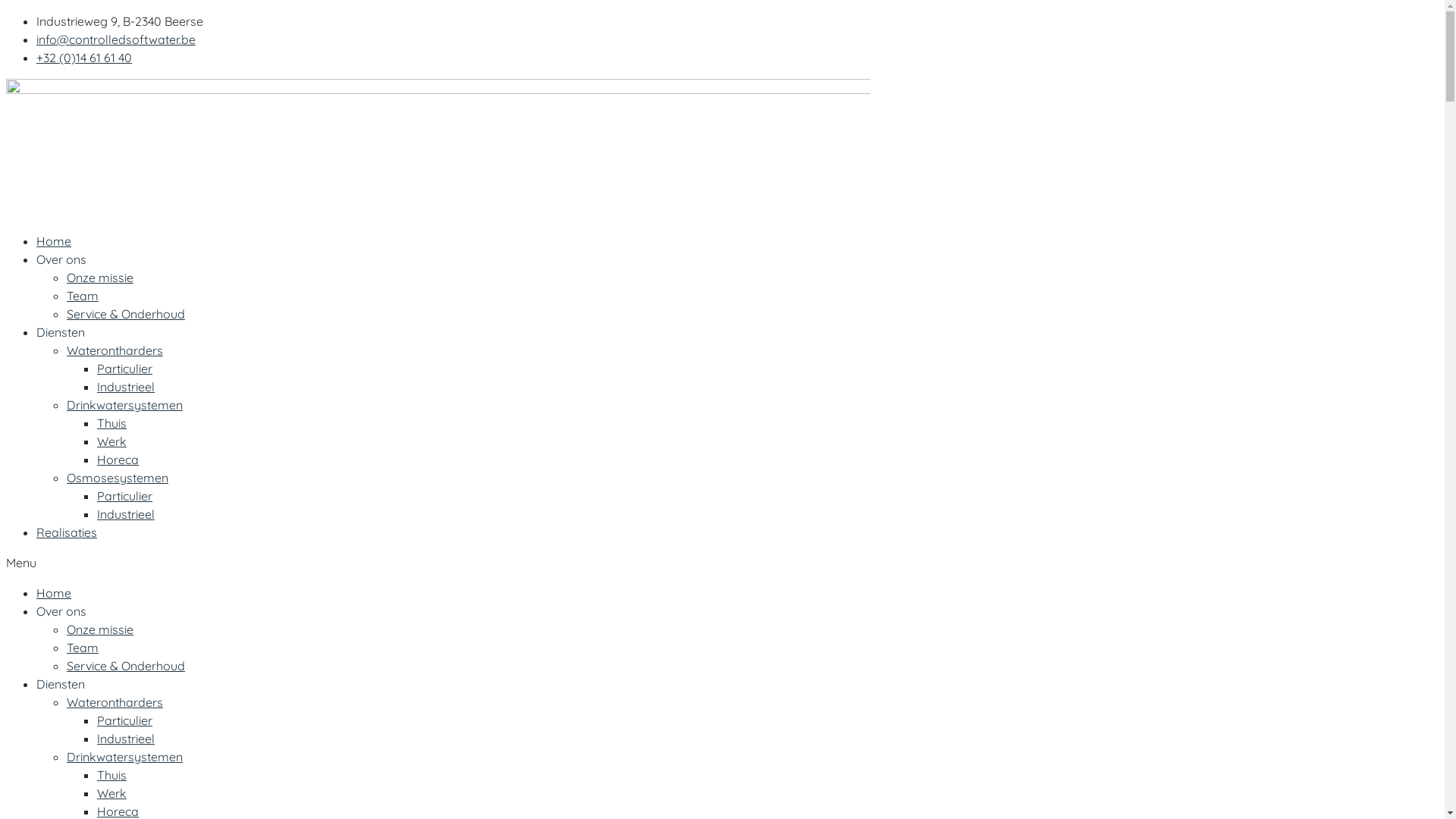 This screenshot has height=819, width=1456. Describe the element at coordinates (65, 701) in the screenshot. I see `'Waterontharders'` at that location.